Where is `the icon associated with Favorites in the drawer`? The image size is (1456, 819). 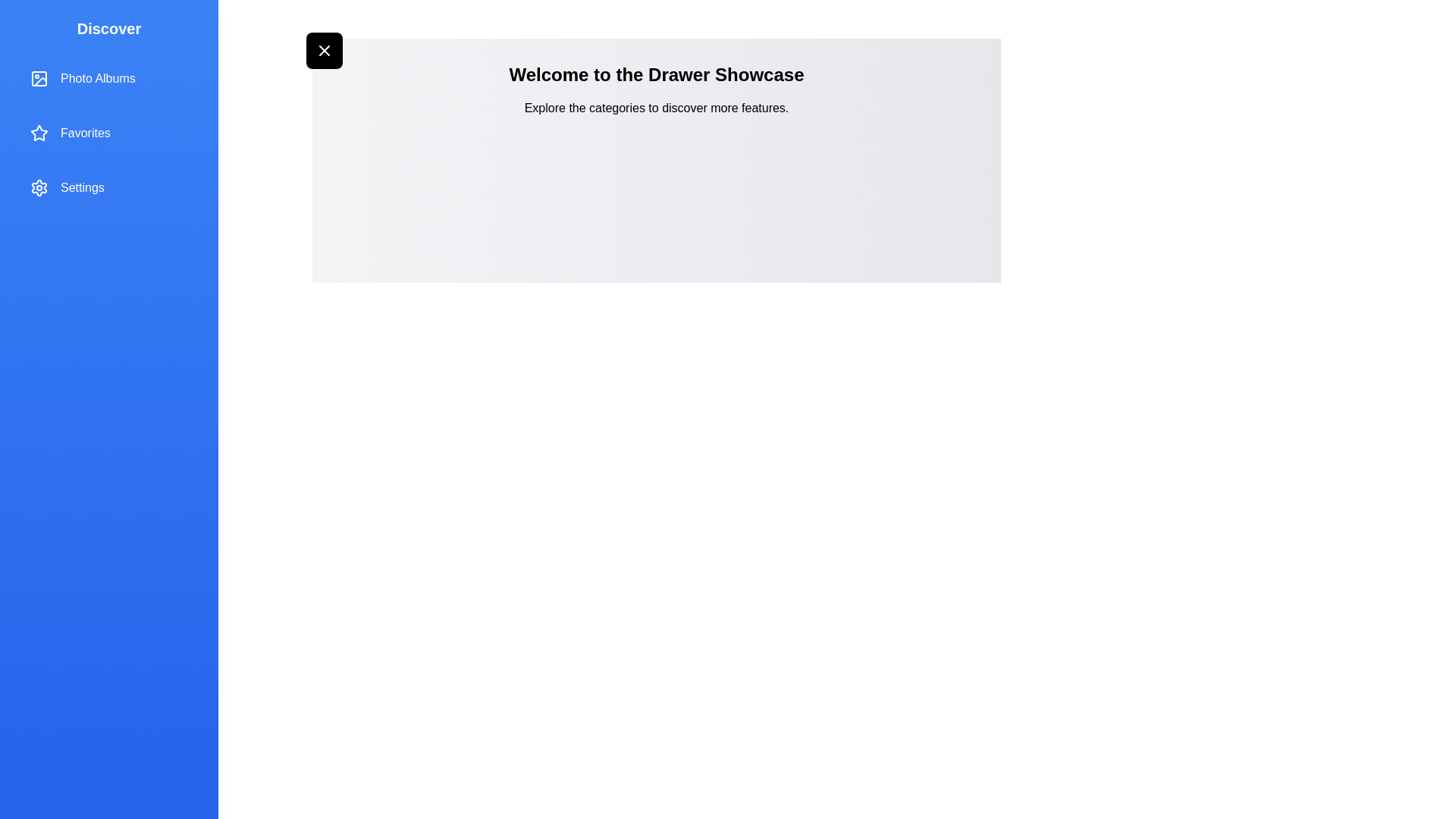 the icon associated with Favorites in the drawer is located at coordinates (39, 133).